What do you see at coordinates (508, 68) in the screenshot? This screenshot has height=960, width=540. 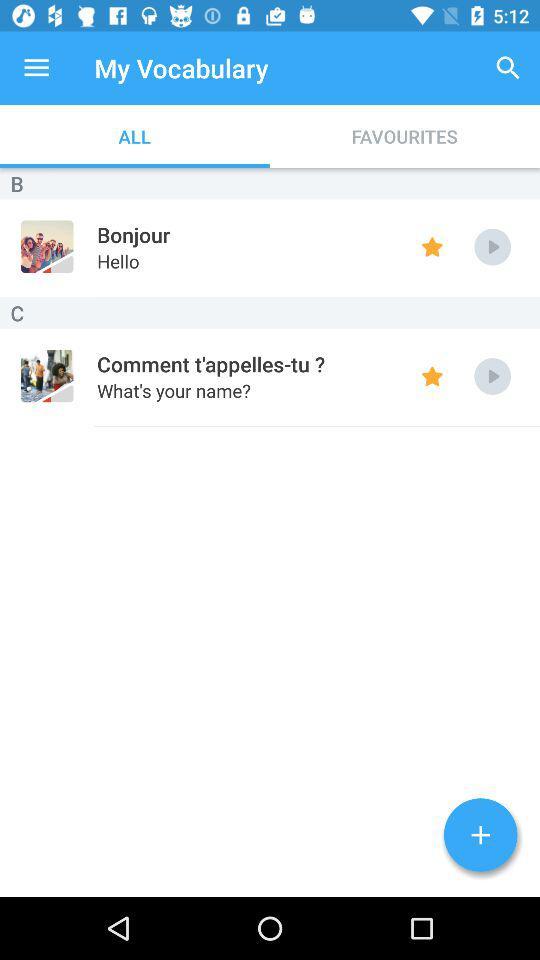 I see `the app to the right of my vocabulary item` at bounding box center [508, 68].